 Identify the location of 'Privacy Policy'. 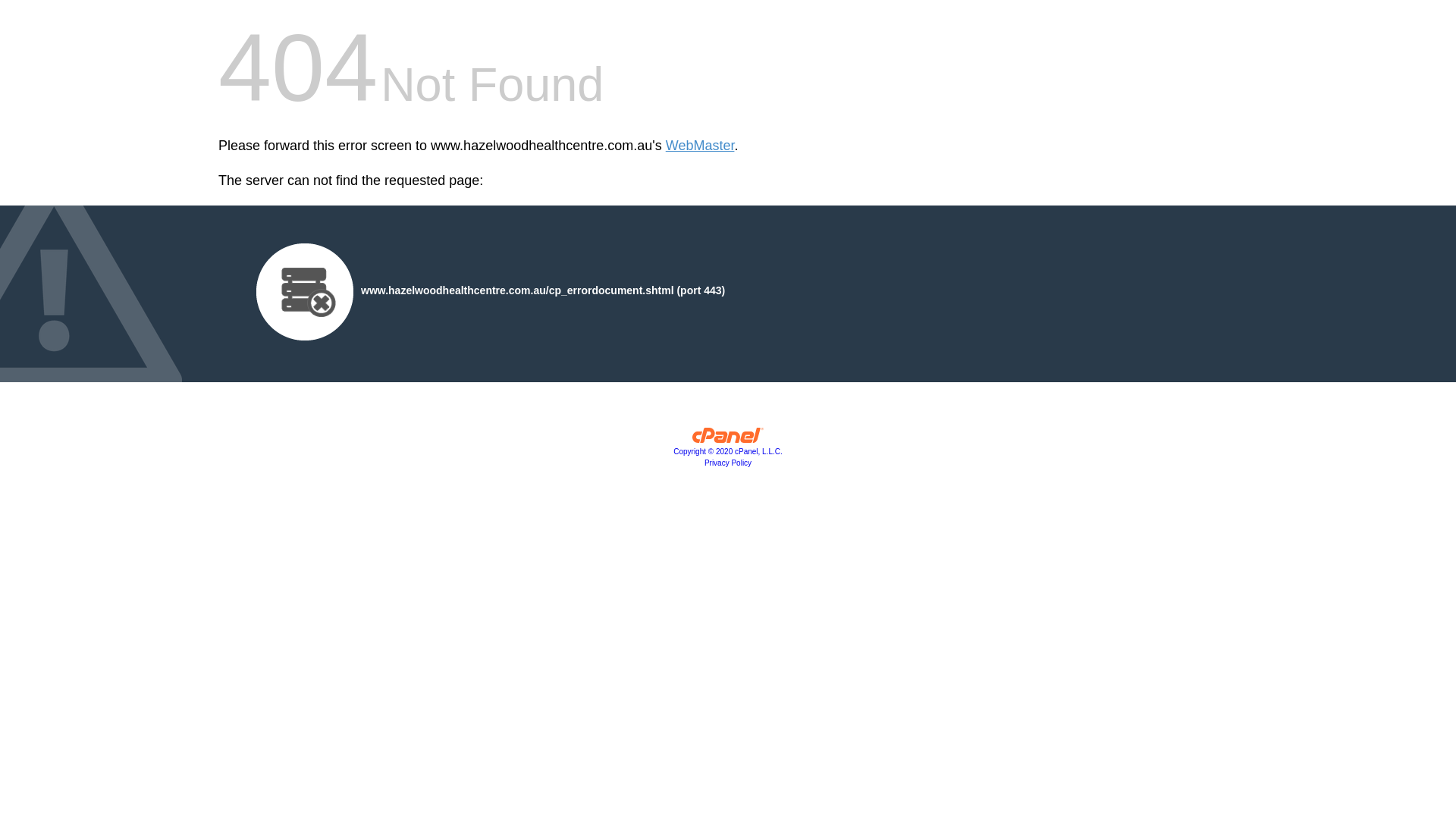
(728, 462).